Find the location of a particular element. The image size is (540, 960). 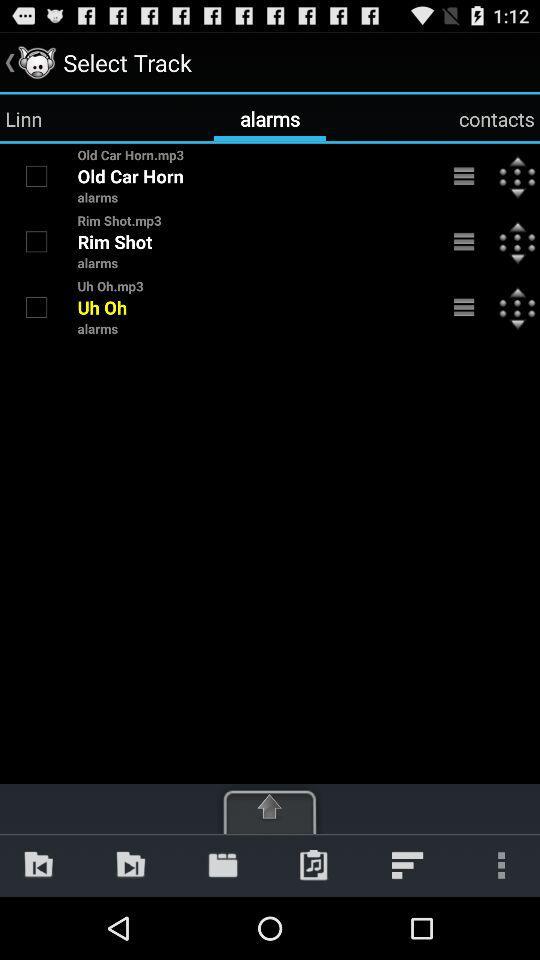

open menu for old car horn is located at coordinates (464, 175).